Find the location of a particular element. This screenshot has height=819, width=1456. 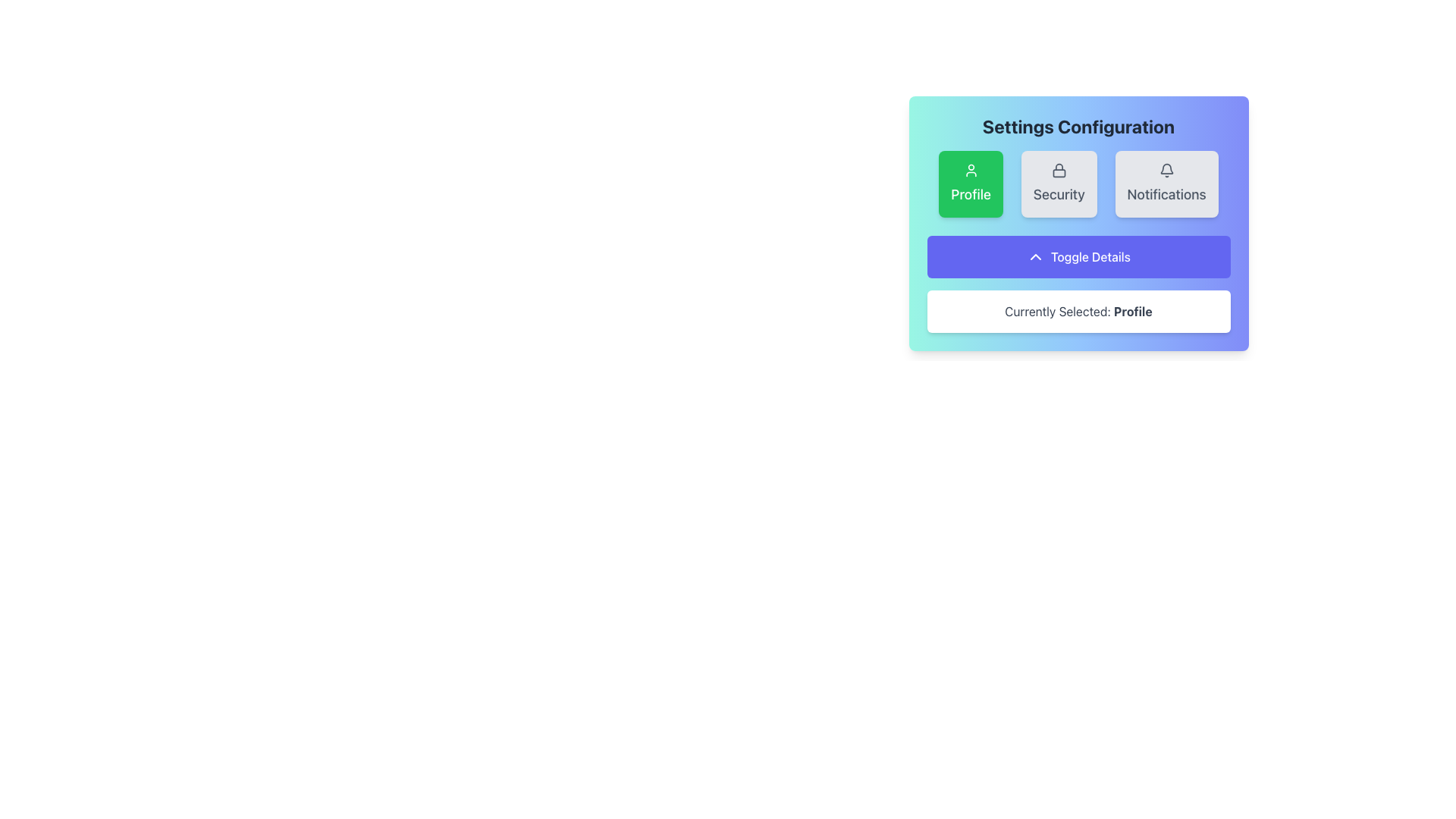

the small rectangular shape with rounded corners that is part of the padlock icon, located in the middle of the 'Security' button is located at coordinates (1058, 172).